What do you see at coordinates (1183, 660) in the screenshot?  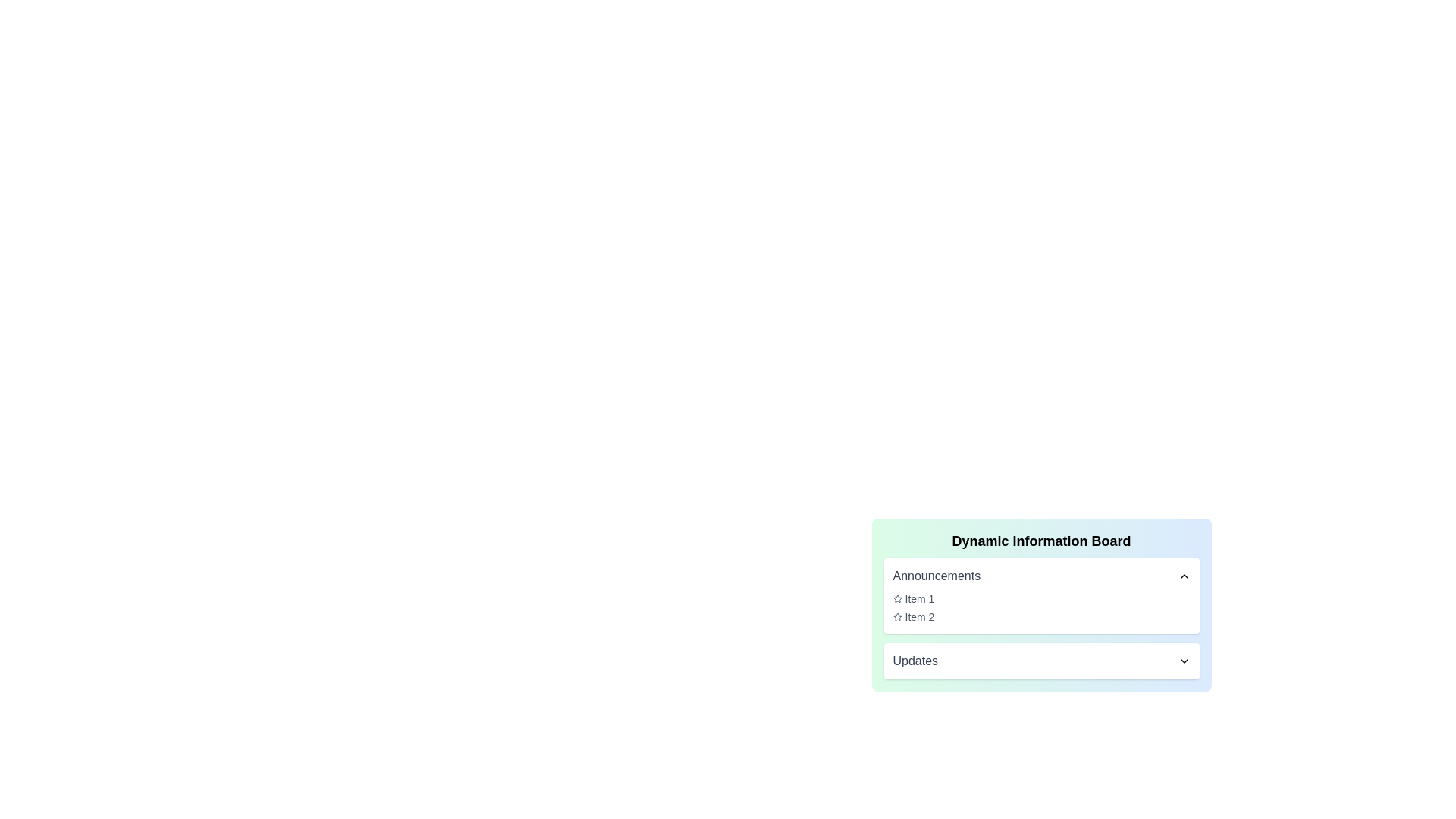 I see `the chevron-down icon to perform its associated action` at bounding box center [1183, 660].